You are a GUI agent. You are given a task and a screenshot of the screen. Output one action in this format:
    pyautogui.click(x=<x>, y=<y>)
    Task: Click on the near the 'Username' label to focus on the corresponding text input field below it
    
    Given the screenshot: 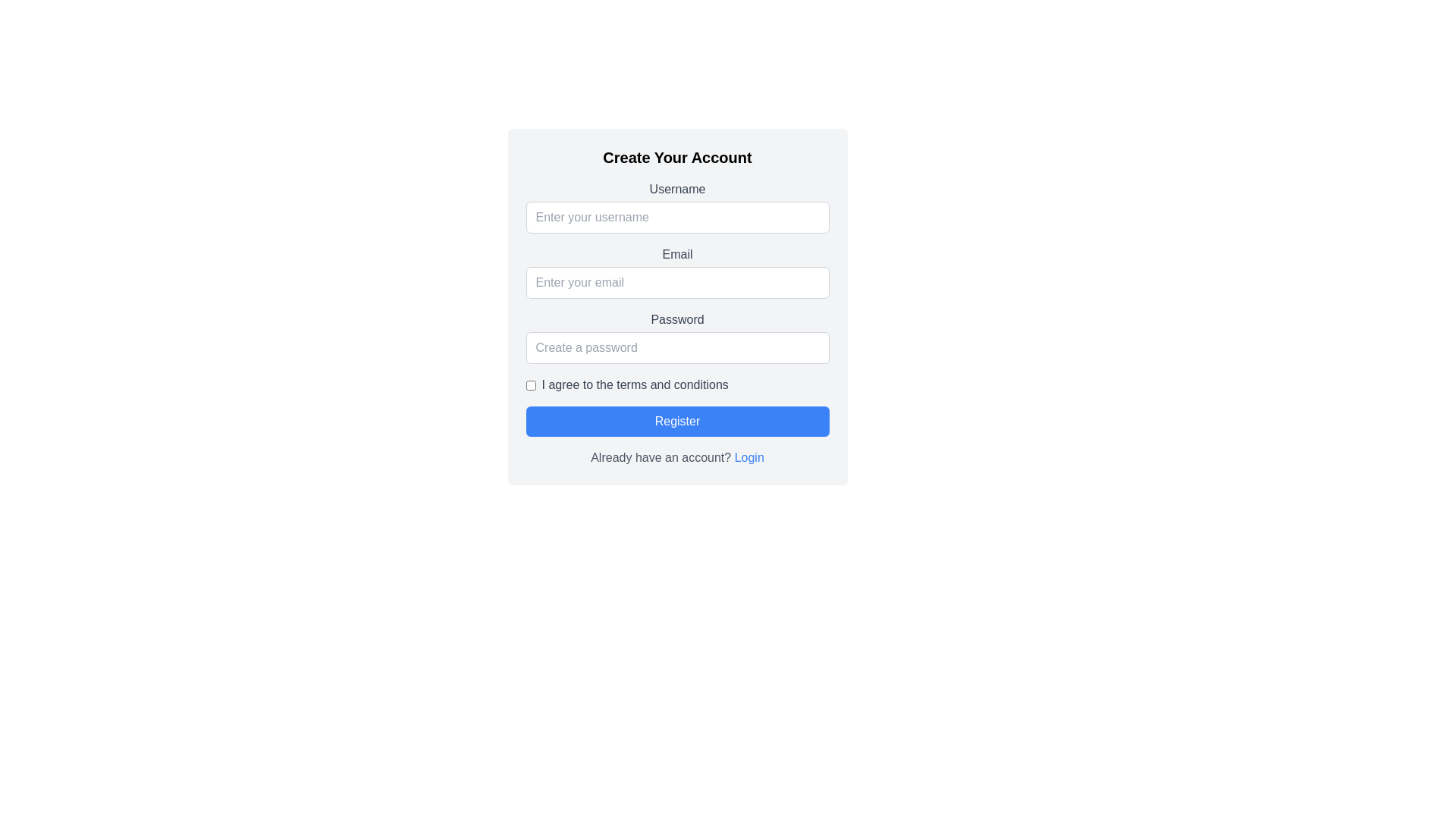 What is the action you would take?
    pyautogui.click(x=676, y=189)
    